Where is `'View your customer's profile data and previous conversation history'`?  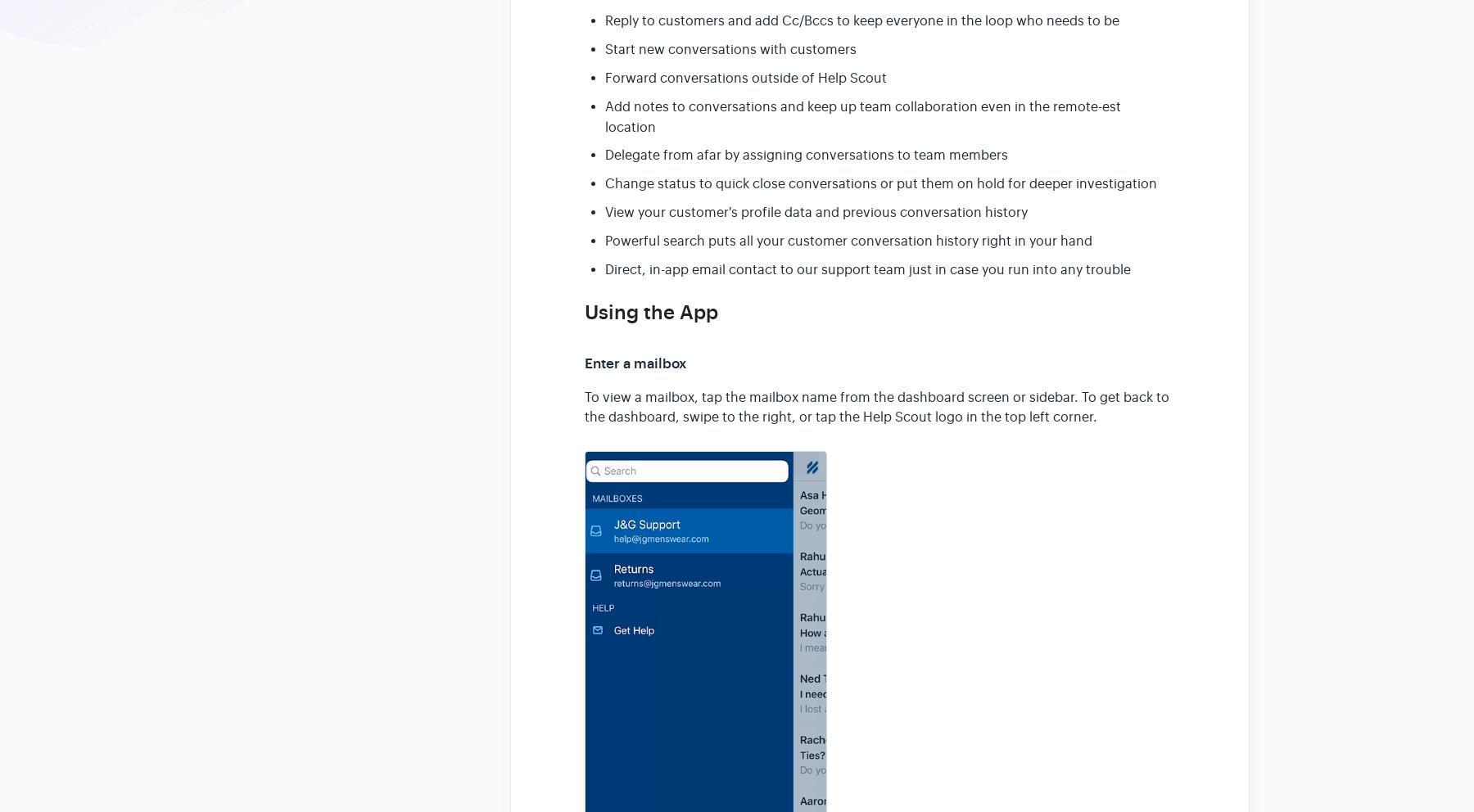 'View your customer's profile data and previous conversation history' is located at coordinates (816, 211).